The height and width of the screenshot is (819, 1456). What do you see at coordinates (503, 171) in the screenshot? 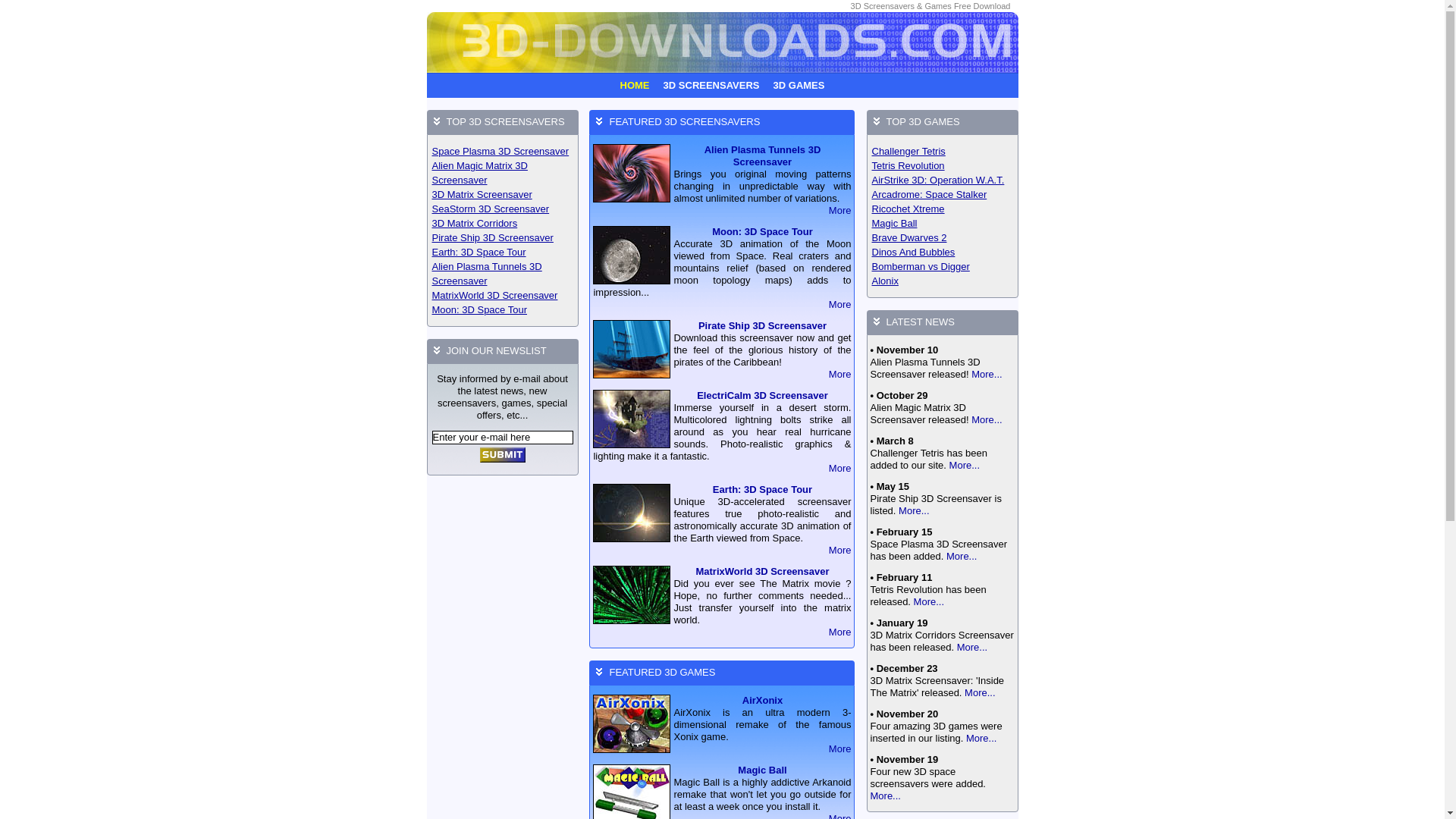
I see `'Alien Magic Matrix 3D Screensaver'` at bounding box center [503, 171].